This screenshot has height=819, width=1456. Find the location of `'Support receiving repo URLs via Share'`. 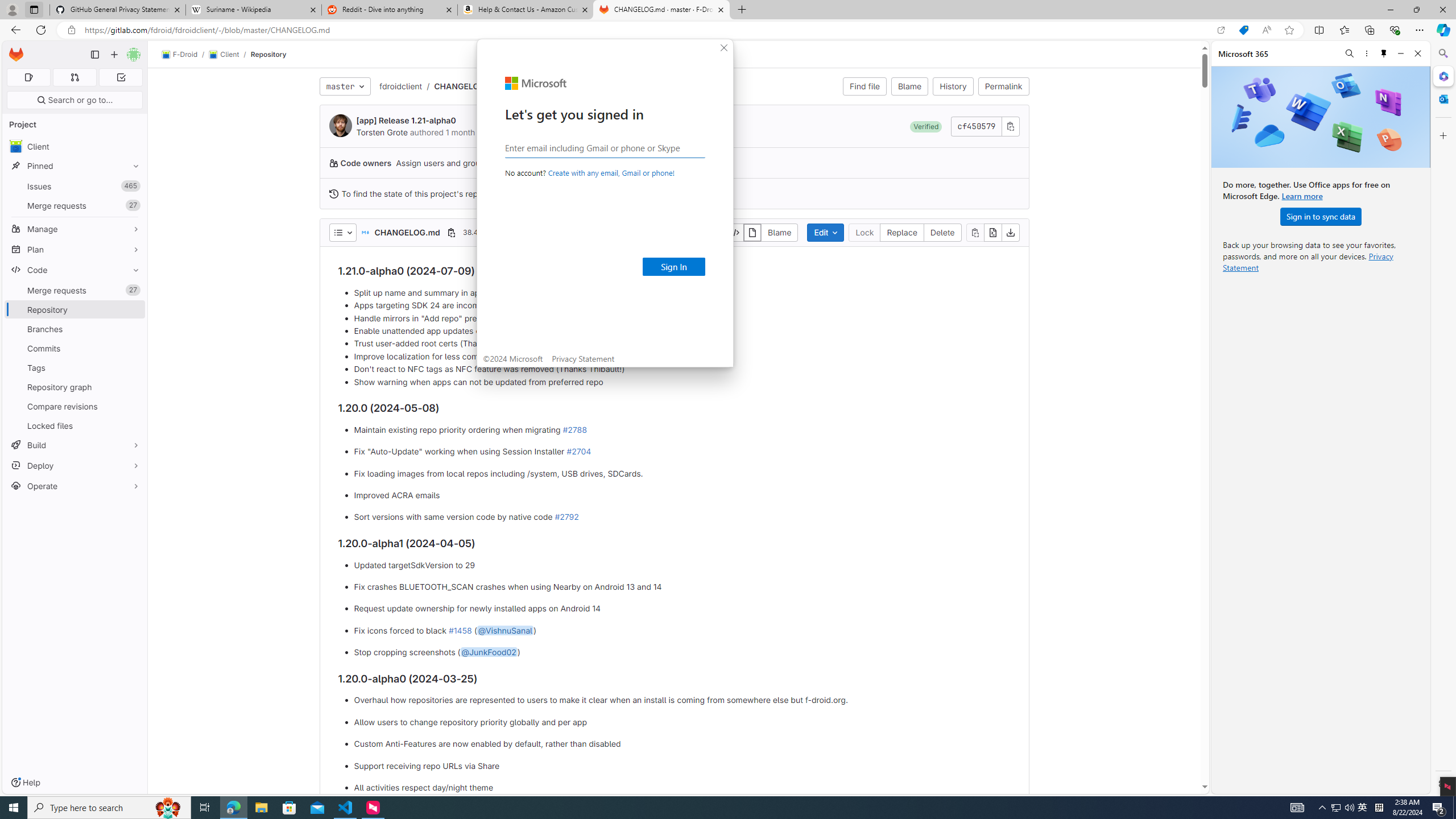

'Support receiving repo URLs via Share' is located at coordinates (681, 765).